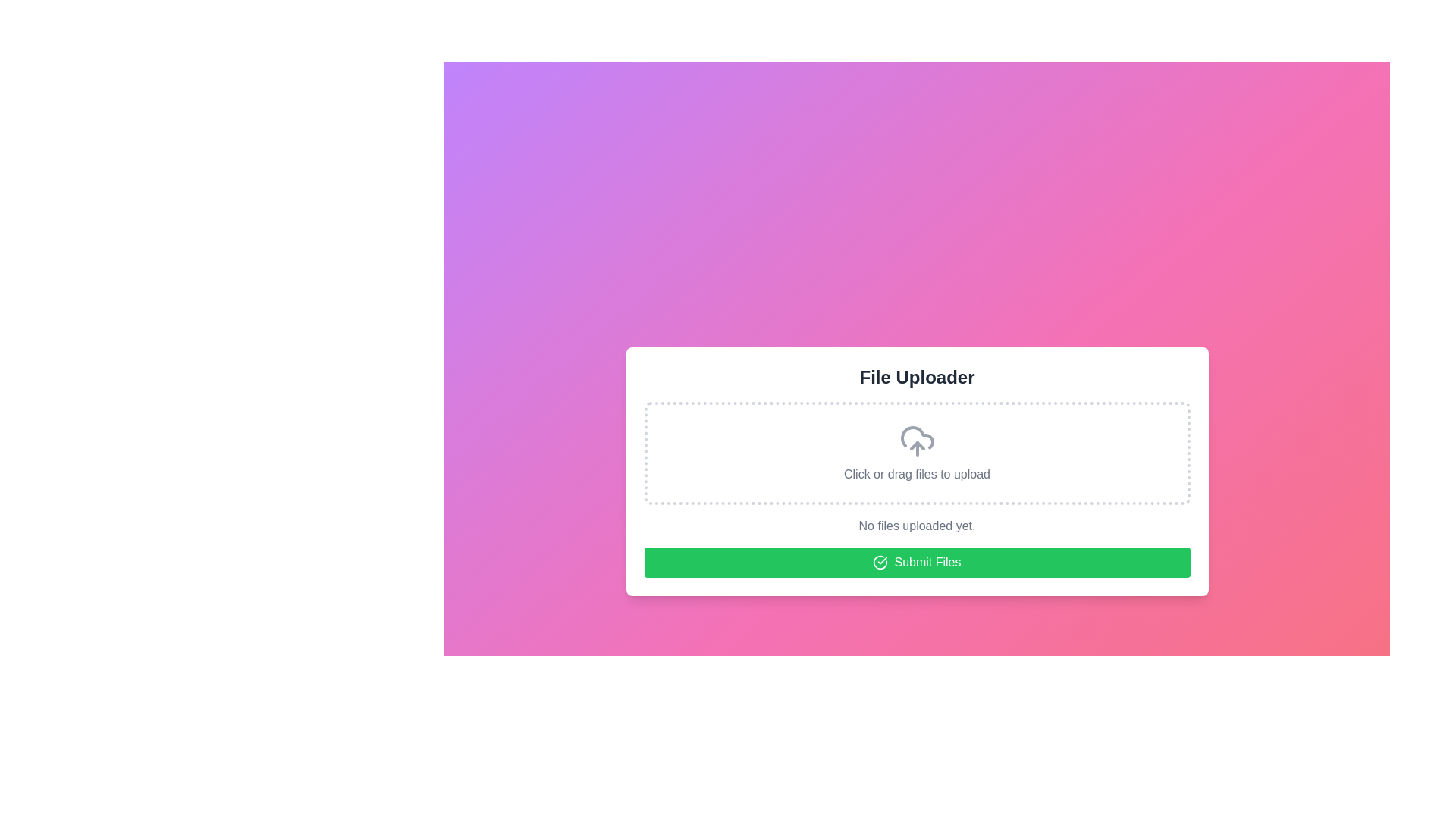 The width and height of the screenshot is (1456, 819). What do you see at coordinates (880, 562) in the screenshot?
I see `the 'Submit Files' button, which features an SVG-based icon for confirming file submissions, located near the left edge of the button's green background` at bounding box center [880, 562].